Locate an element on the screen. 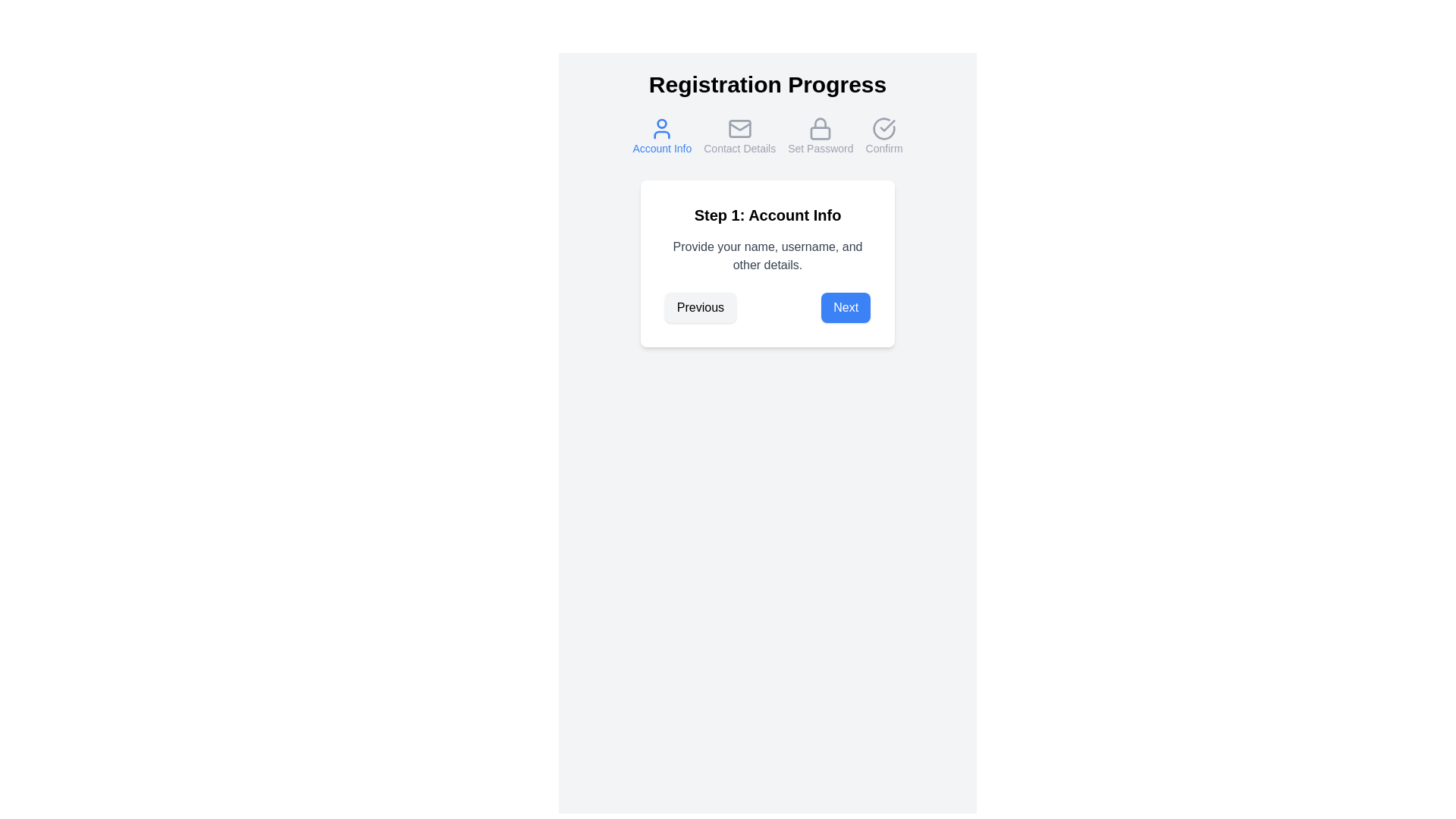 The height and width of the screenshot is (819, 1456). the blue user profile icon representing 'Account Info' to potentially reveal additional information is located at coordinates (662, 127).